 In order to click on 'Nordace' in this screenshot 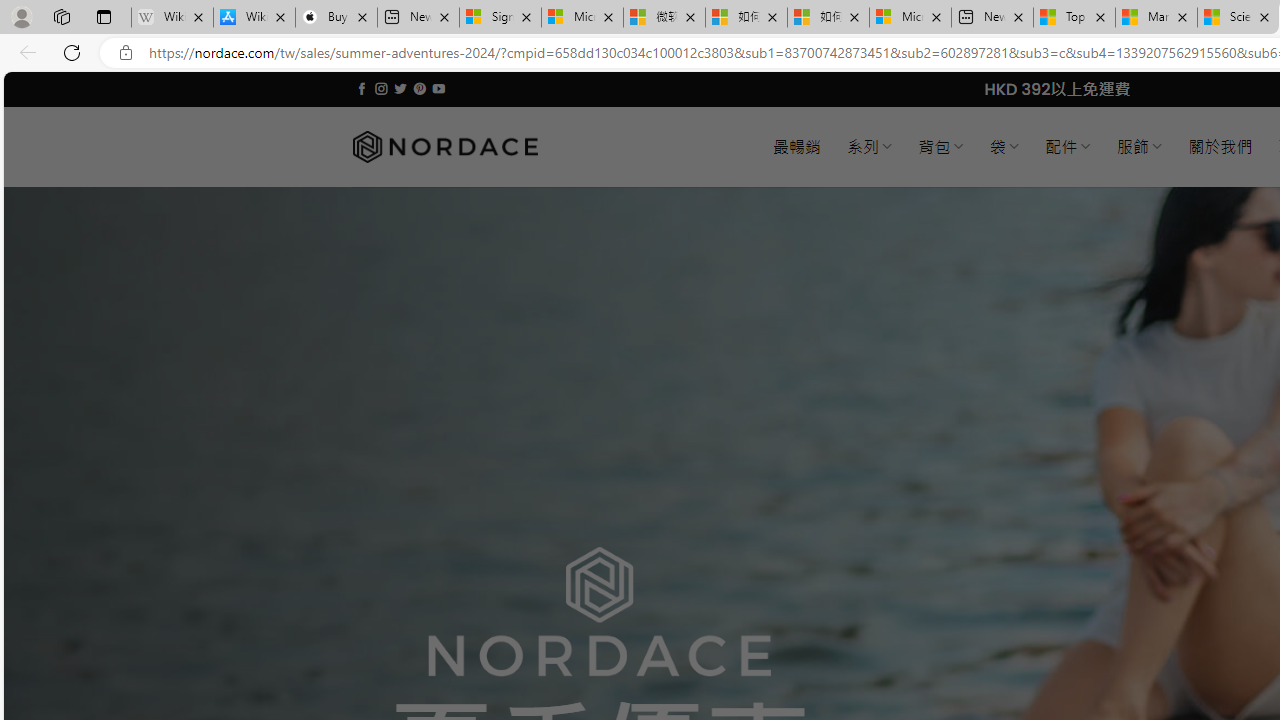, I will do `click(443, 146)`.